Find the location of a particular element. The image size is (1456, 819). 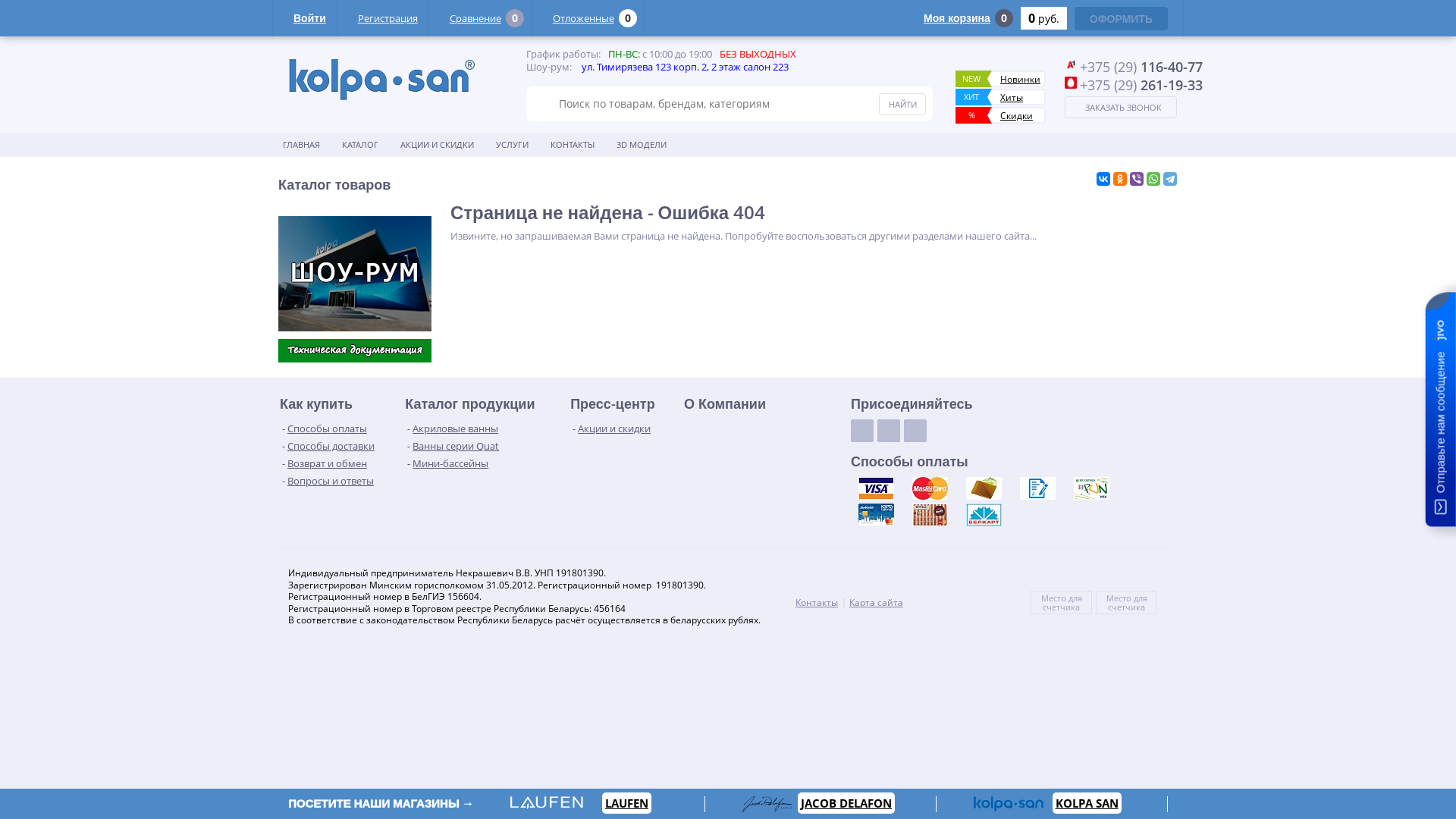

'MasterCard' is located at coordinates (928, 488).